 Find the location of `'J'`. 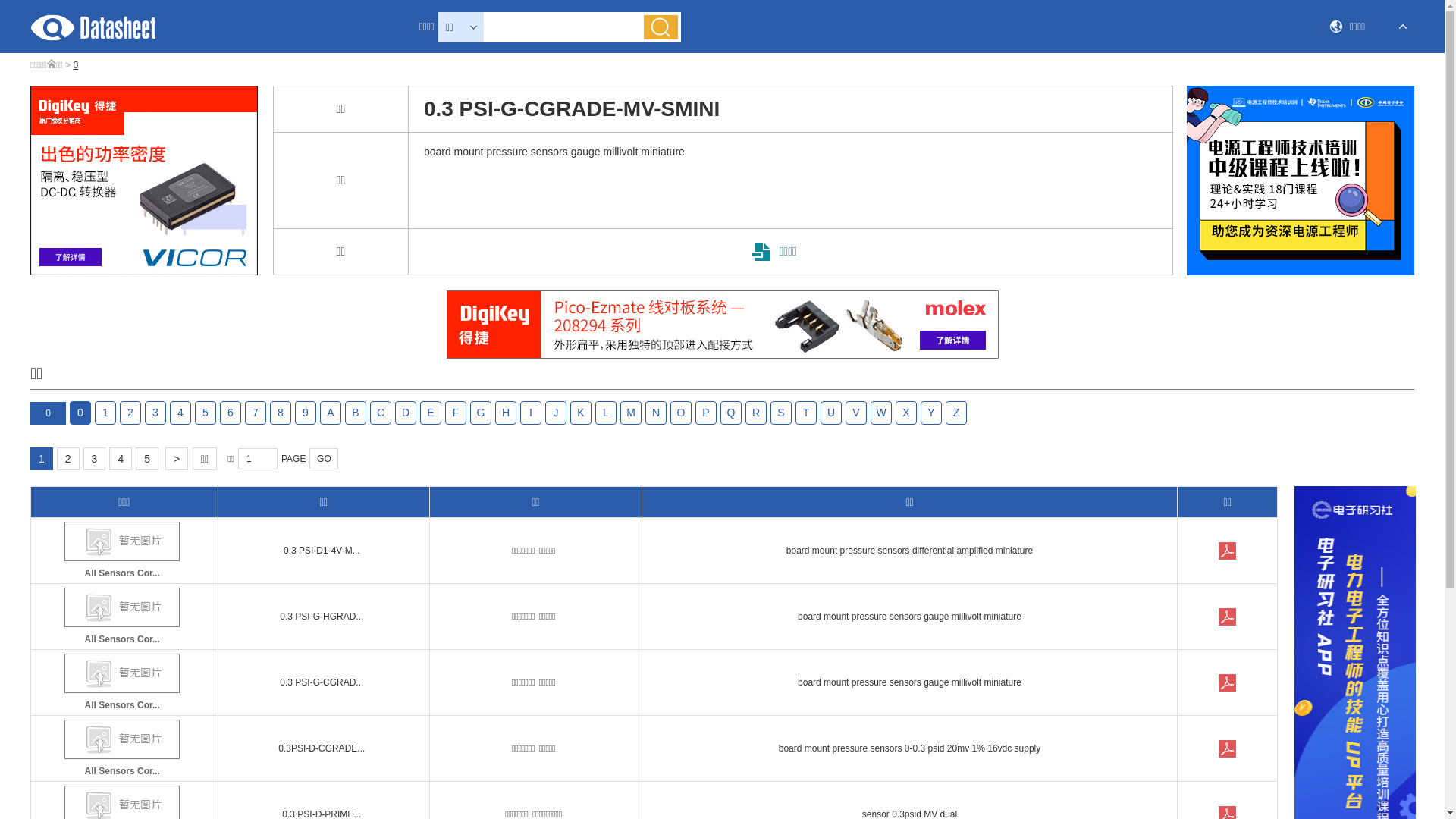

'J' is located at coordinates (555, 413).